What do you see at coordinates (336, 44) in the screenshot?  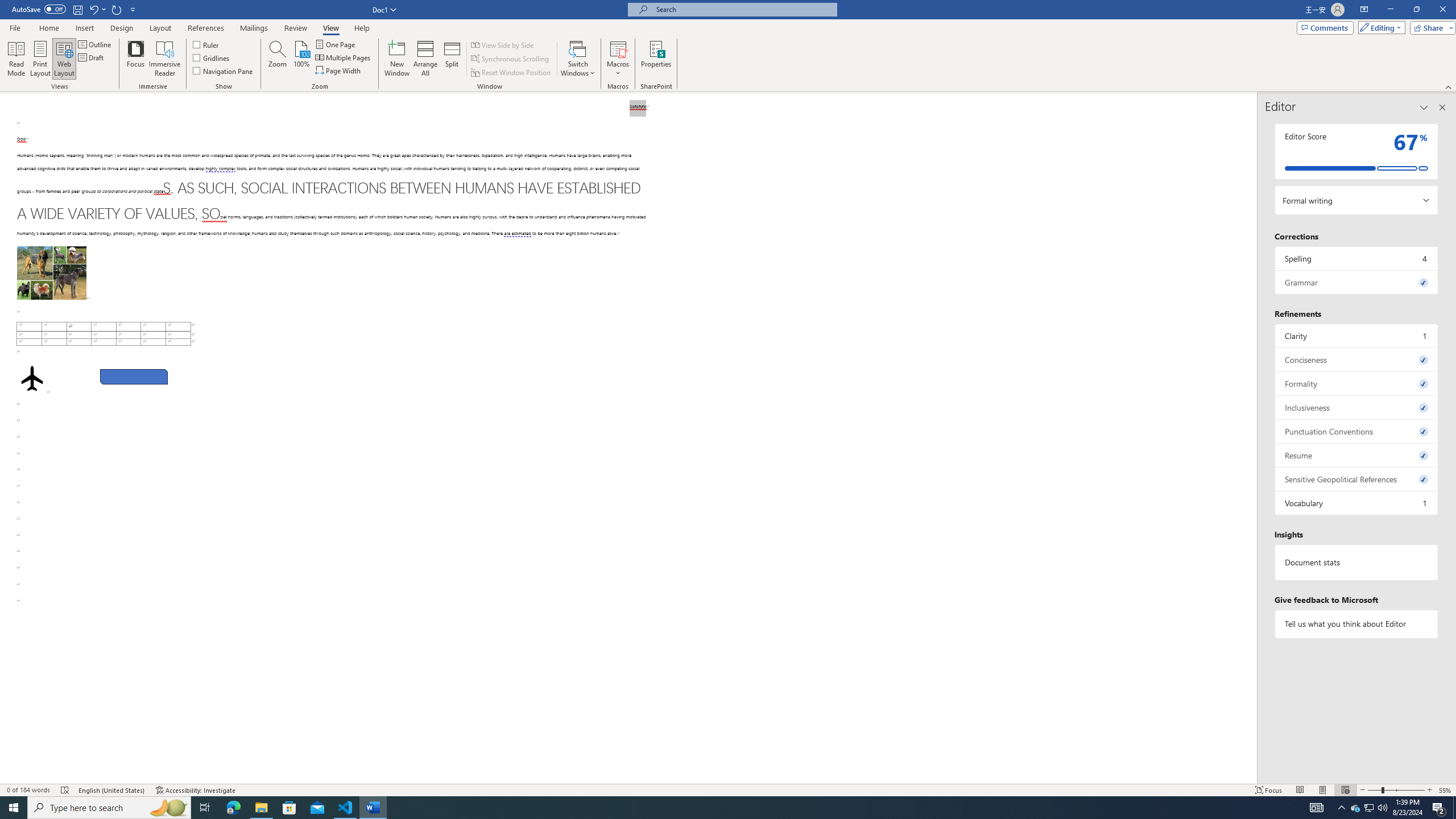 I see `'One Page'` at bounding box center [336, 44].